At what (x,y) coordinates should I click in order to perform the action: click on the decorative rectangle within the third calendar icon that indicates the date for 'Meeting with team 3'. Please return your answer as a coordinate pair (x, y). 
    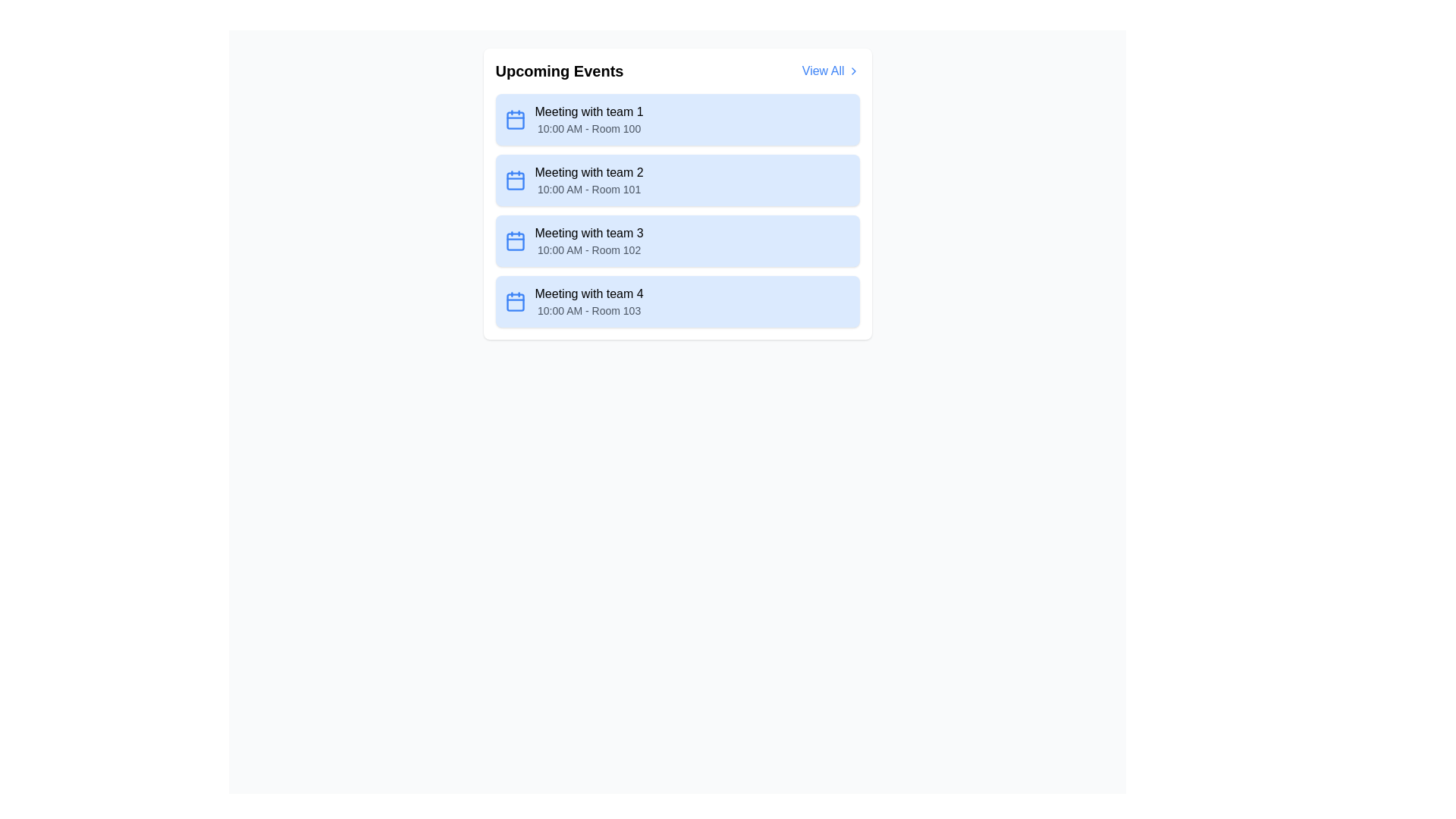
    Looking at the image, I should click on (515, 241).